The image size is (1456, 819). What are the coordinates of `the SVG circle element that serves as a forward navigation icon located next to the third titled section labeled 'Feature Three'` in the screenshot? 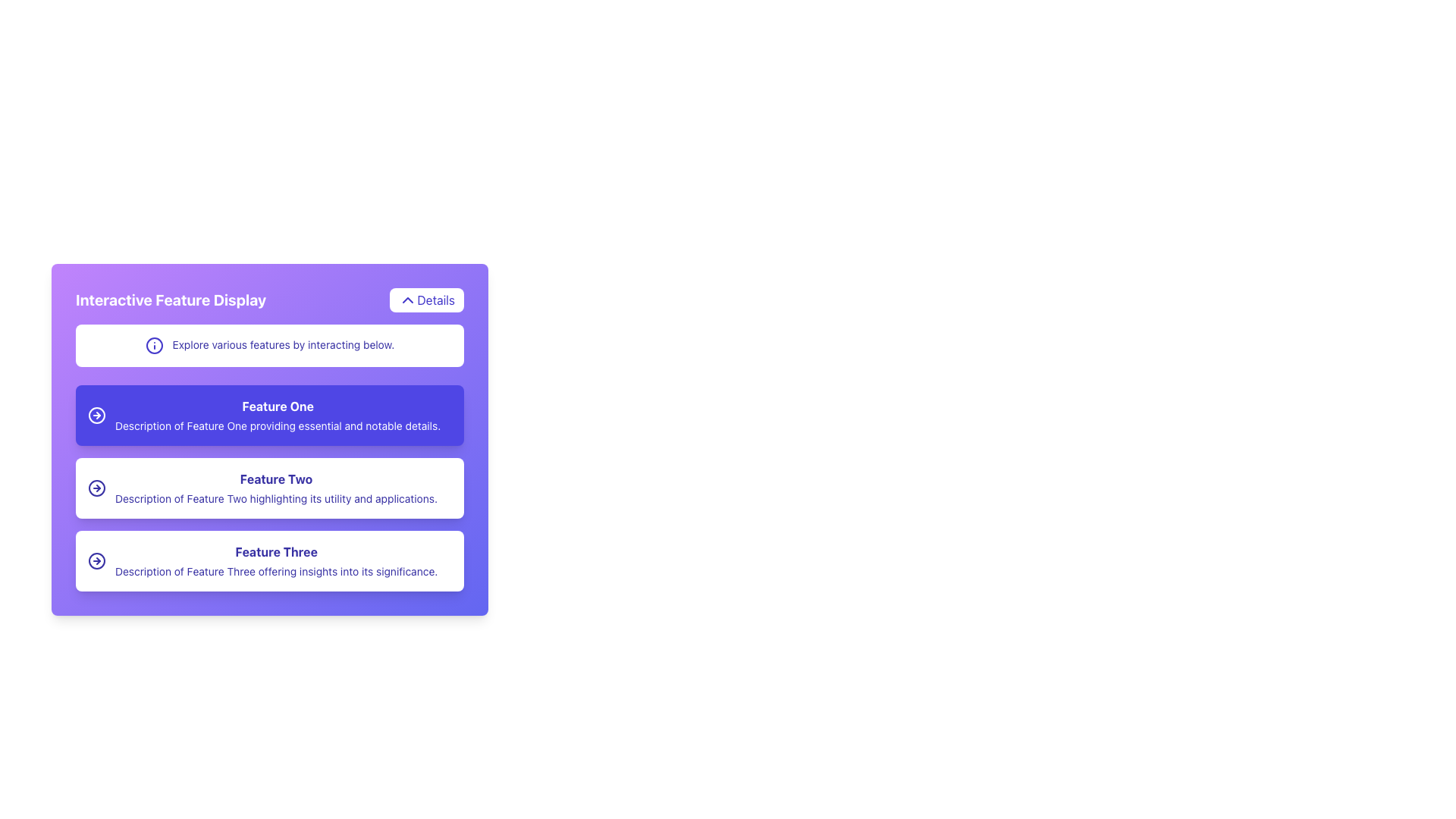 It's located at (96, 561).